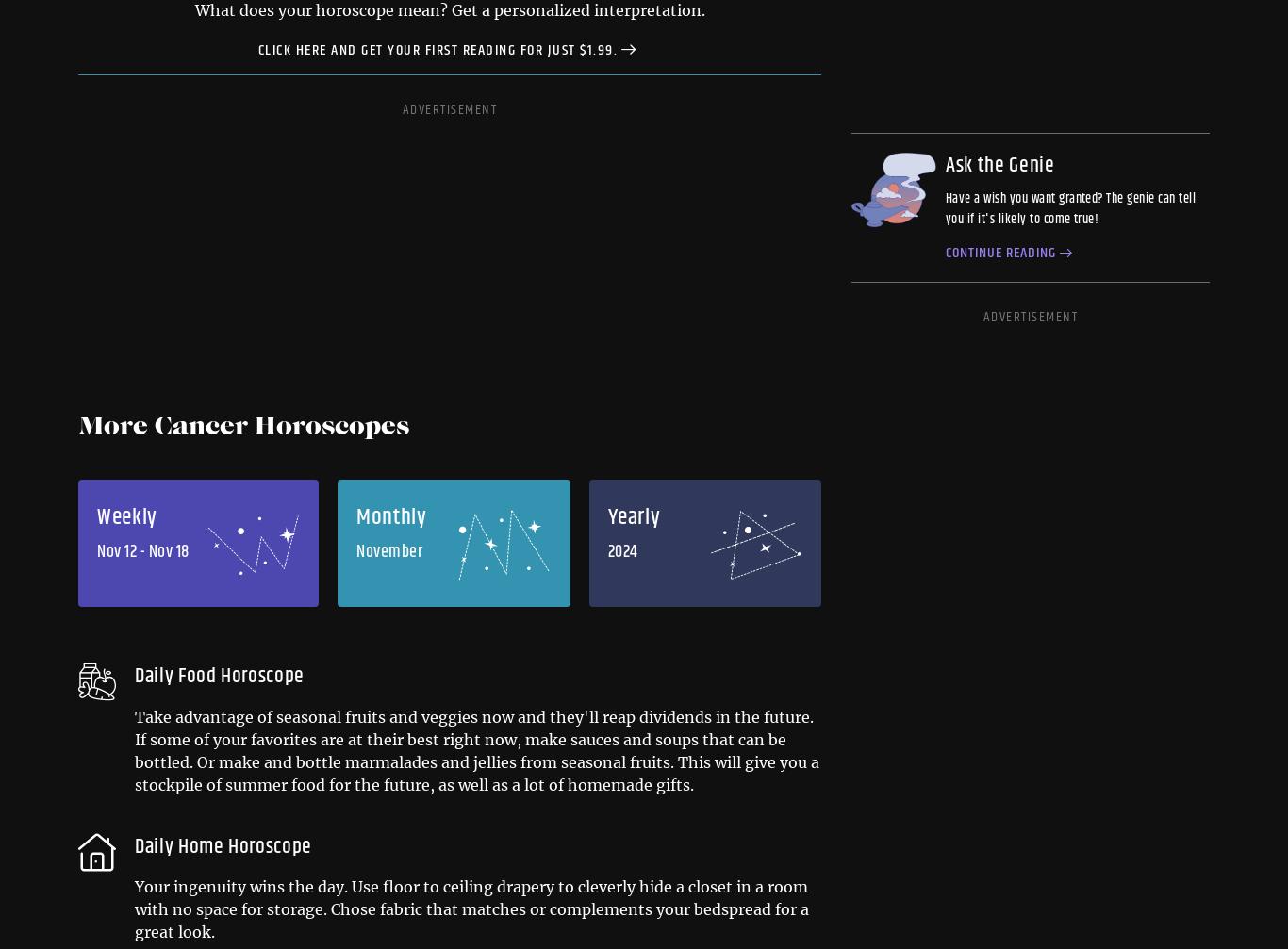 The image size is (1288, 949). What do you see at coordinates (438, 49) in the screenshot?
I see `'Click here and get your first reading for just $1.99.'` at bounding box center [438, 49].